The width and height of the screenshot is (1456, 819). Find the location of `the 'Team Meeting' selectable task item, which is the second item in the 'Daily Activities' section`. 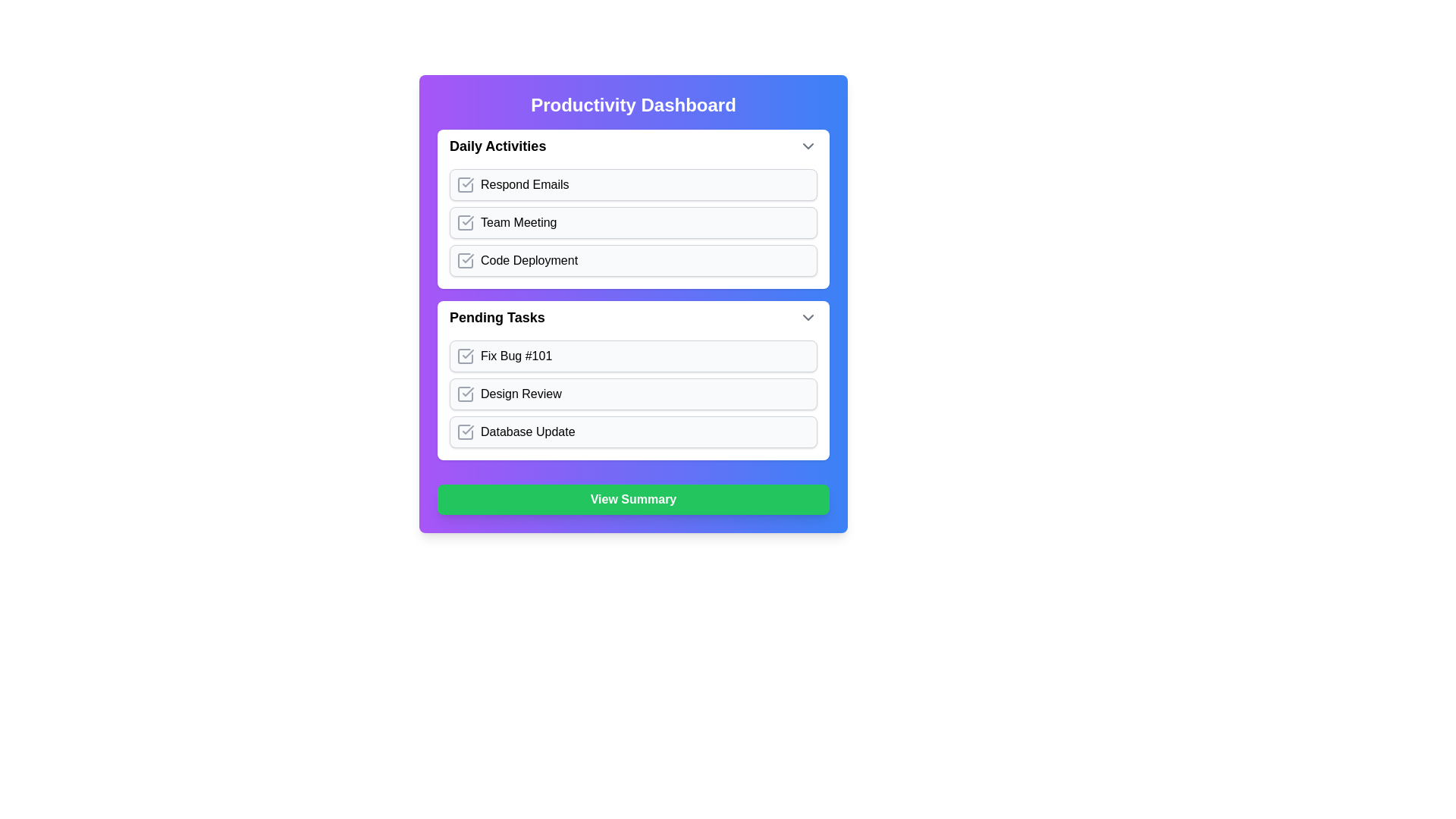

the 'Team Meeting' selectable task item, which is the second item in the 'Daily Activities' section is located at coordinates (633, 222).